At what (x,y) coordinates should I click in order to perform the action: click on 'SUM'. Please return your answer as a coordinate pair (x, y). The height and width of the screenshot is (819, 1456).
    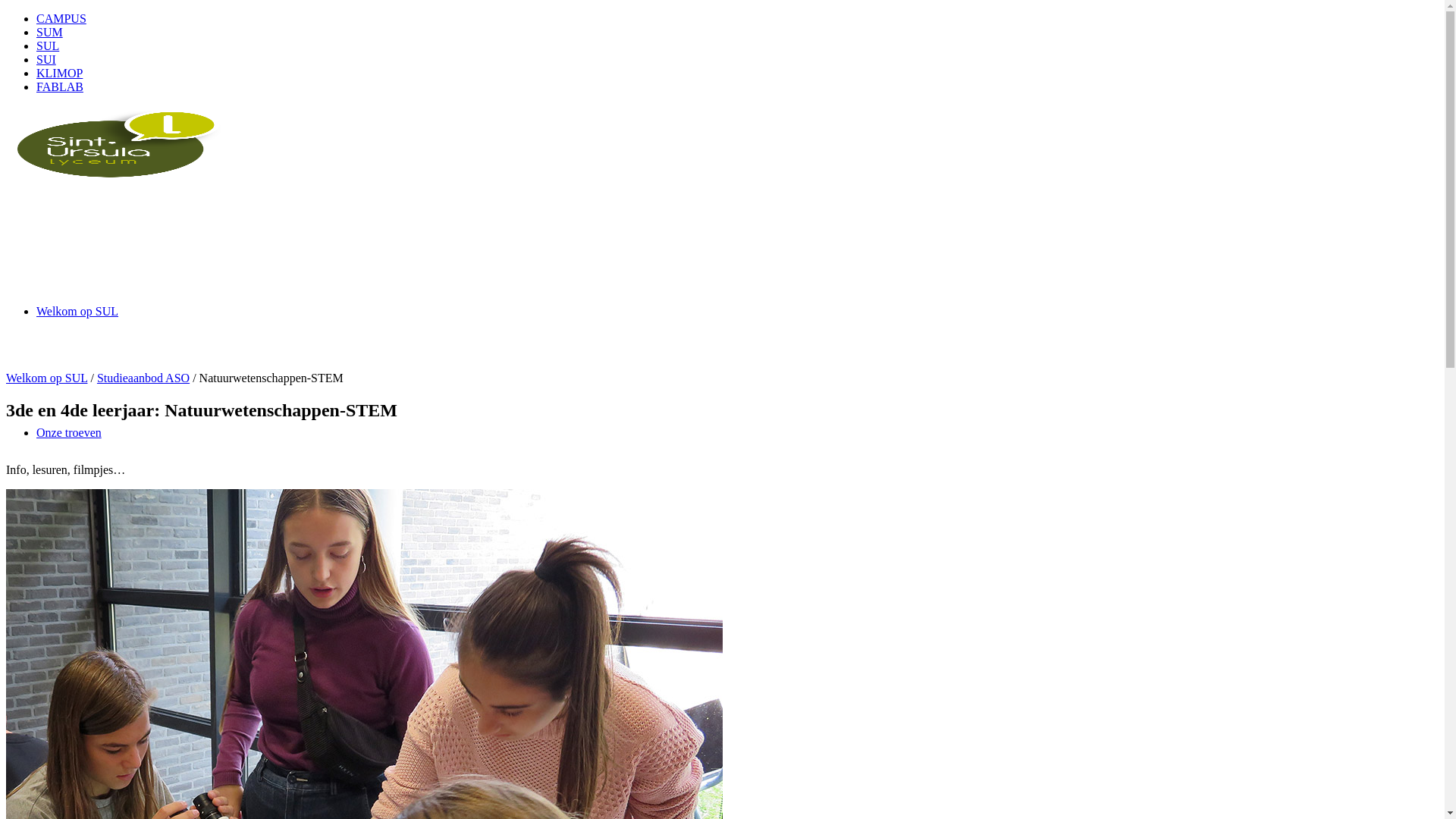
    Looking at the image, I should click on (36, 32).